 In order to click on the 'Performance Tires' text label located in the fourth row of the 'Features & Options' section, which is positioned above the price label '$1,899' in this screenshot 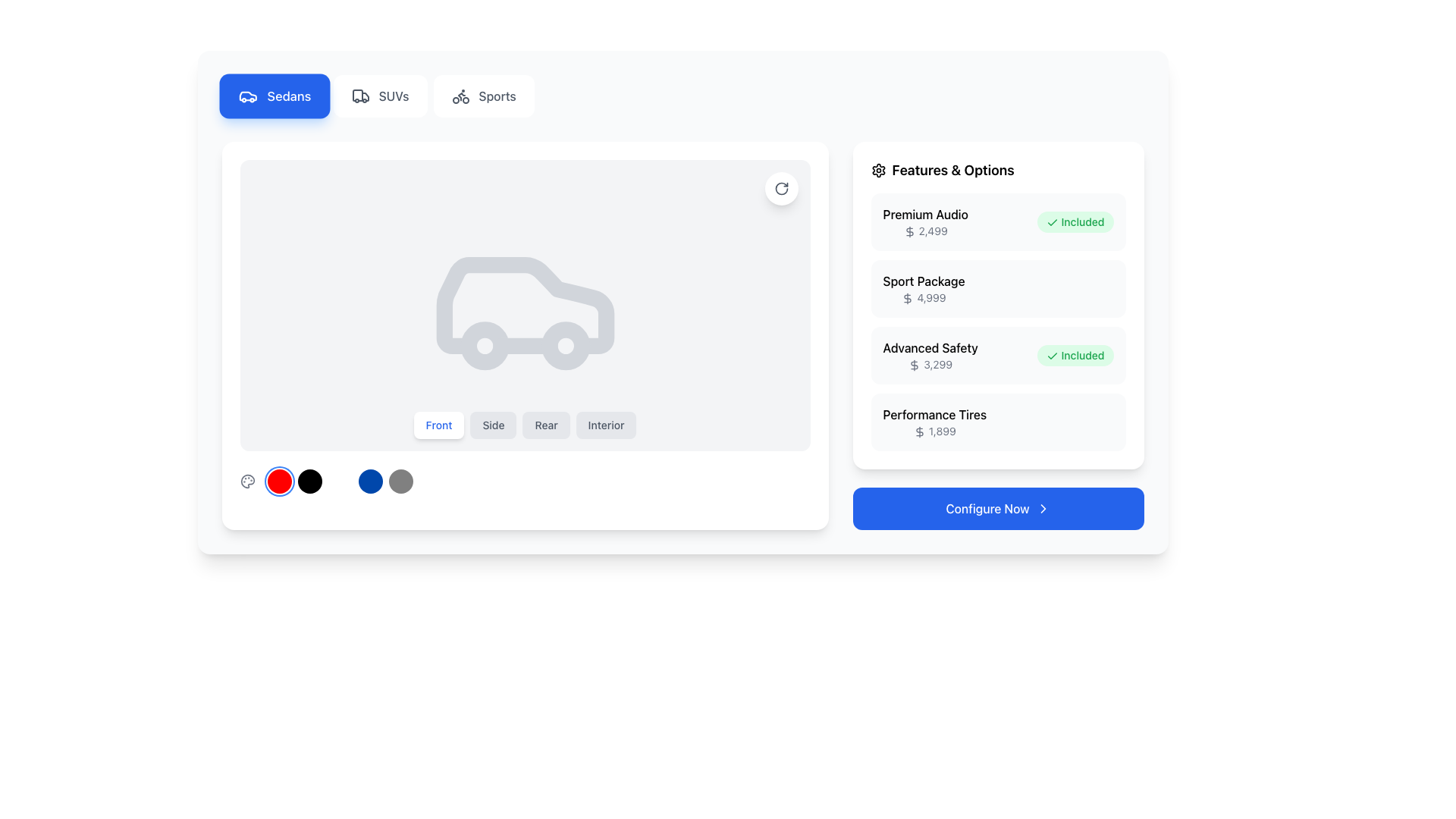, I will do `click(934, 415)`.